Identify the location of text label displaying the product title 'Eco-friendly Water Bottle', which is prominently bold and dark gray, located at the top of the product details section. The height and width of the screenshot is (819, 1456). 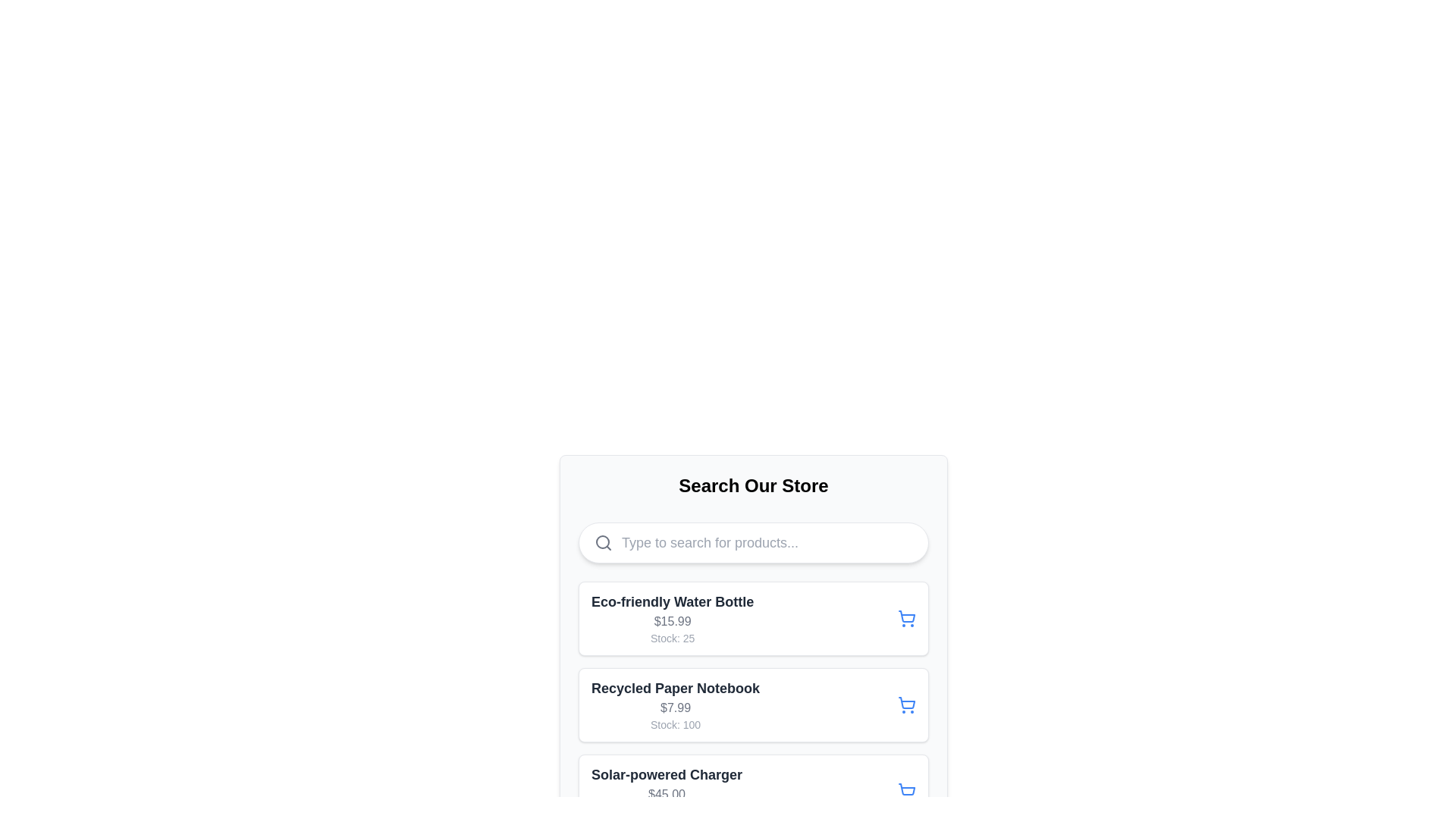
(672, 601).